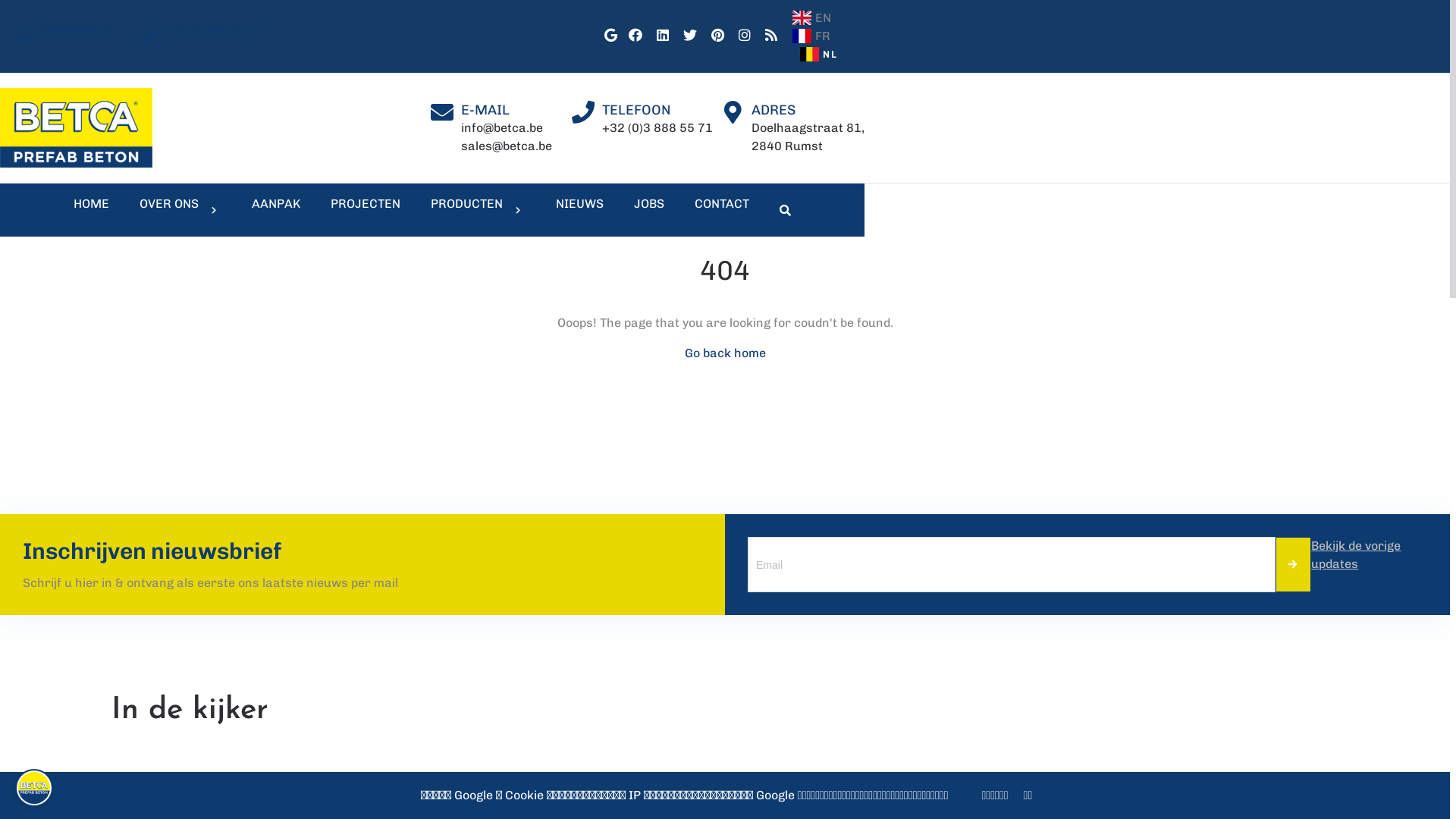 Image resolution: width=1456 pixels, height=819 pixels. Describe the element at coordinates (818, 35) in the screenshot. I see `'FR'` at that location.